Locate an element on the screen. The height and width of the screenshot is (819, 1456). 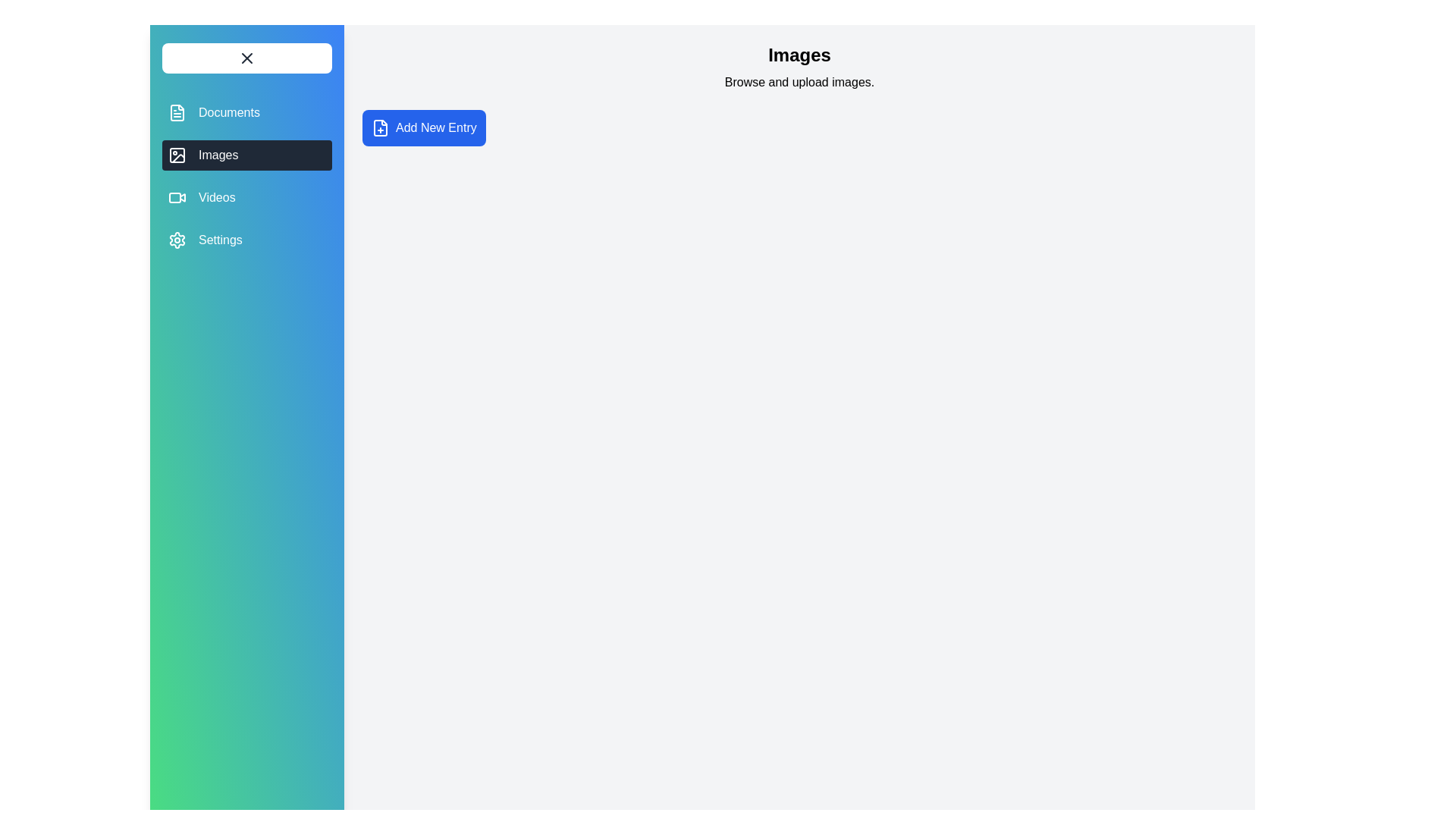
the Documents tab from the navigation menu is located at coordinates (247, 112).